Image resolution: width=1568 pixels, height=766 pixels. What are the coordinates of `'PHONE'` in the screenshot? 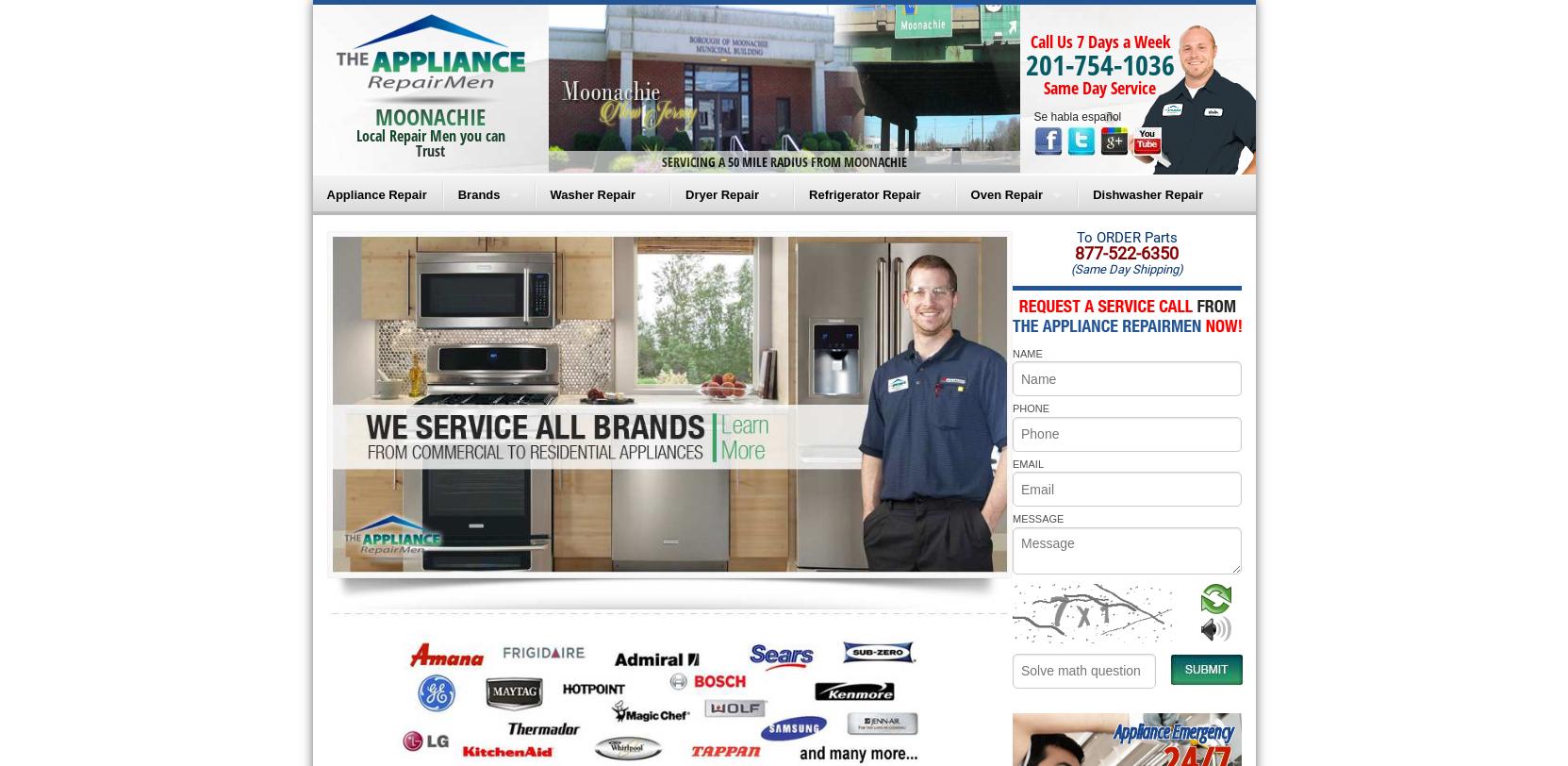 It's located at (1030, 408).